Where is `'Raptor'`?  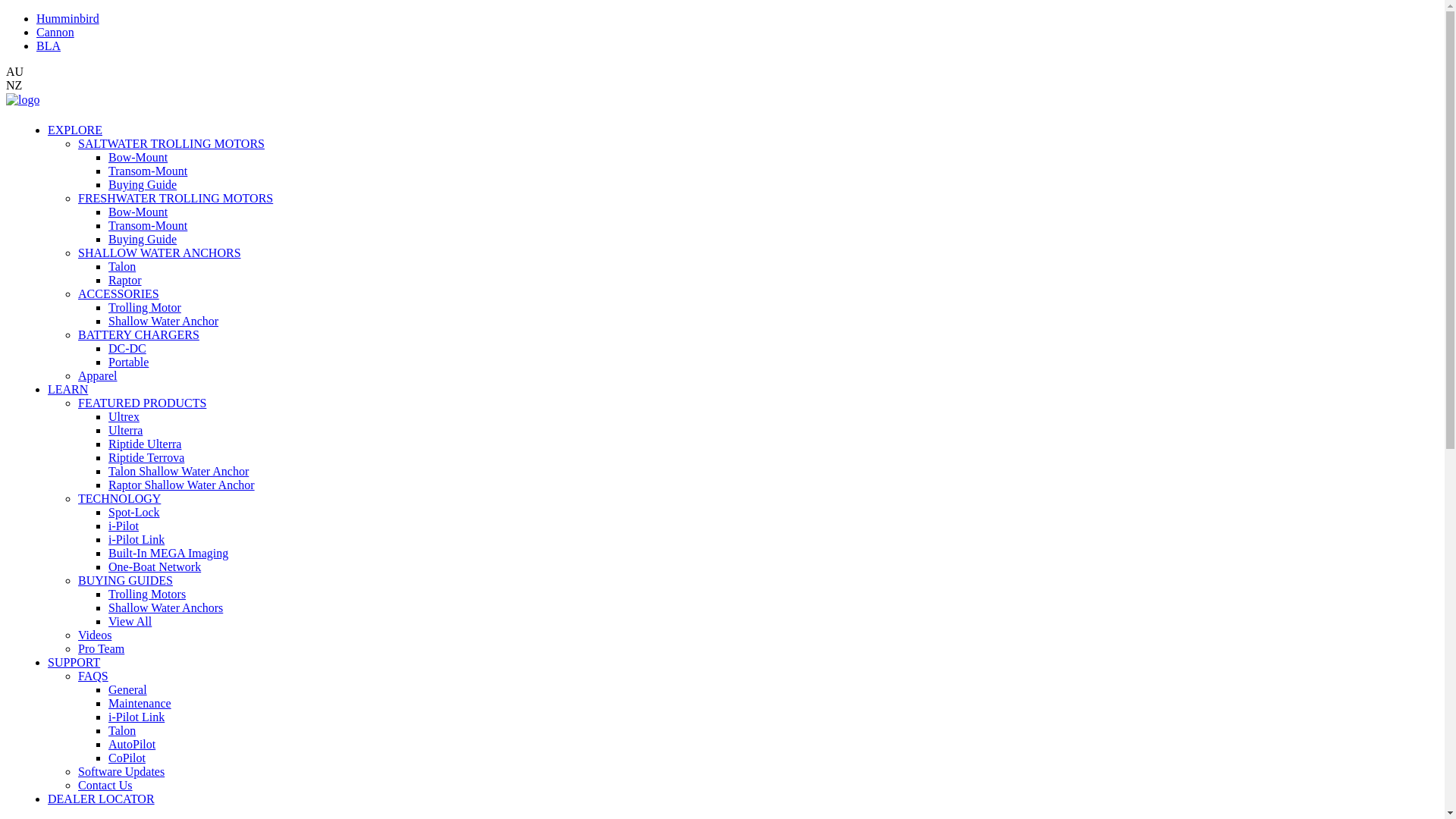
'Raptor' is located at coordinates (124, 280).